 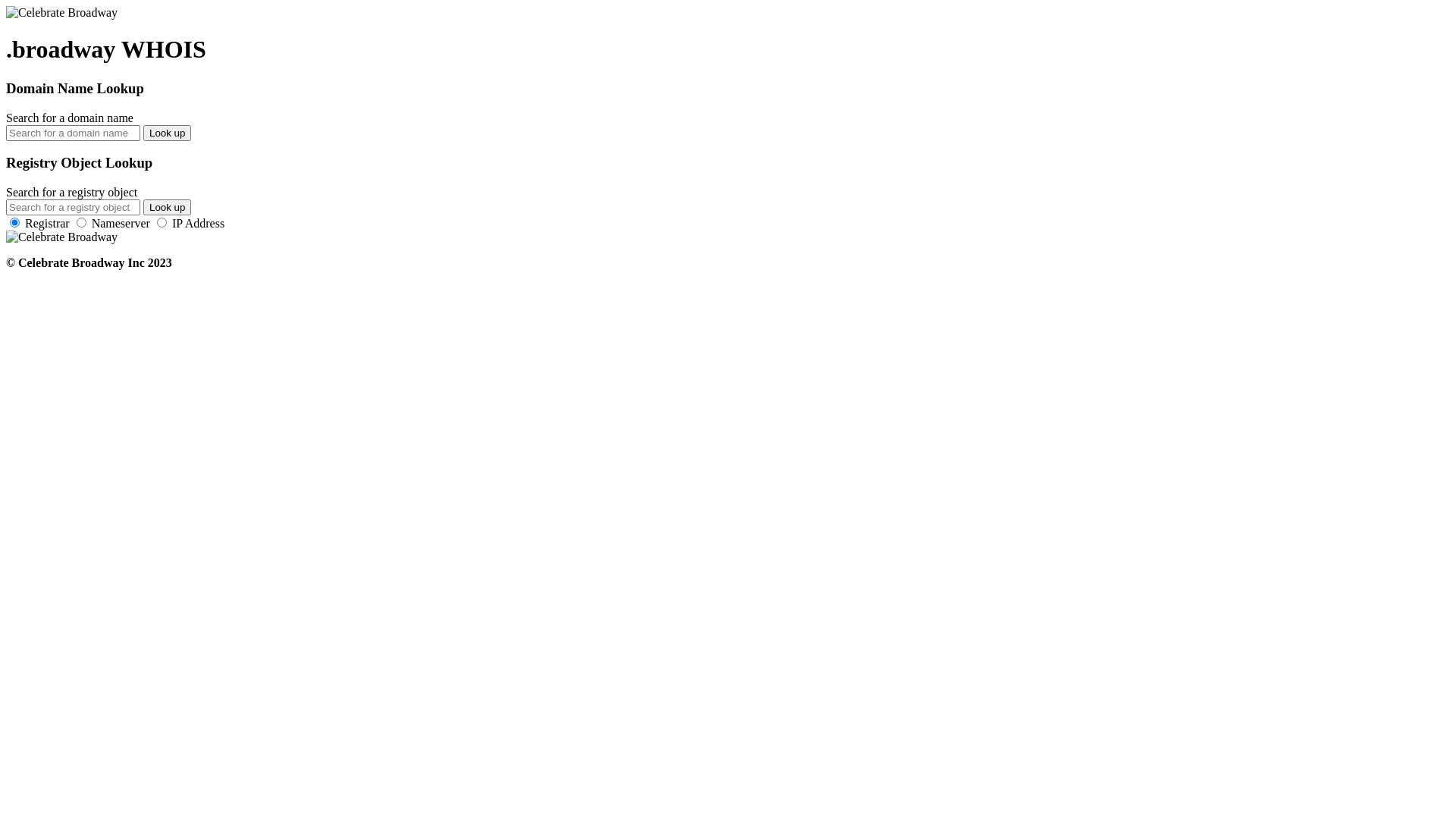 I want to click on 'Look up', so click(x=143, y=207).